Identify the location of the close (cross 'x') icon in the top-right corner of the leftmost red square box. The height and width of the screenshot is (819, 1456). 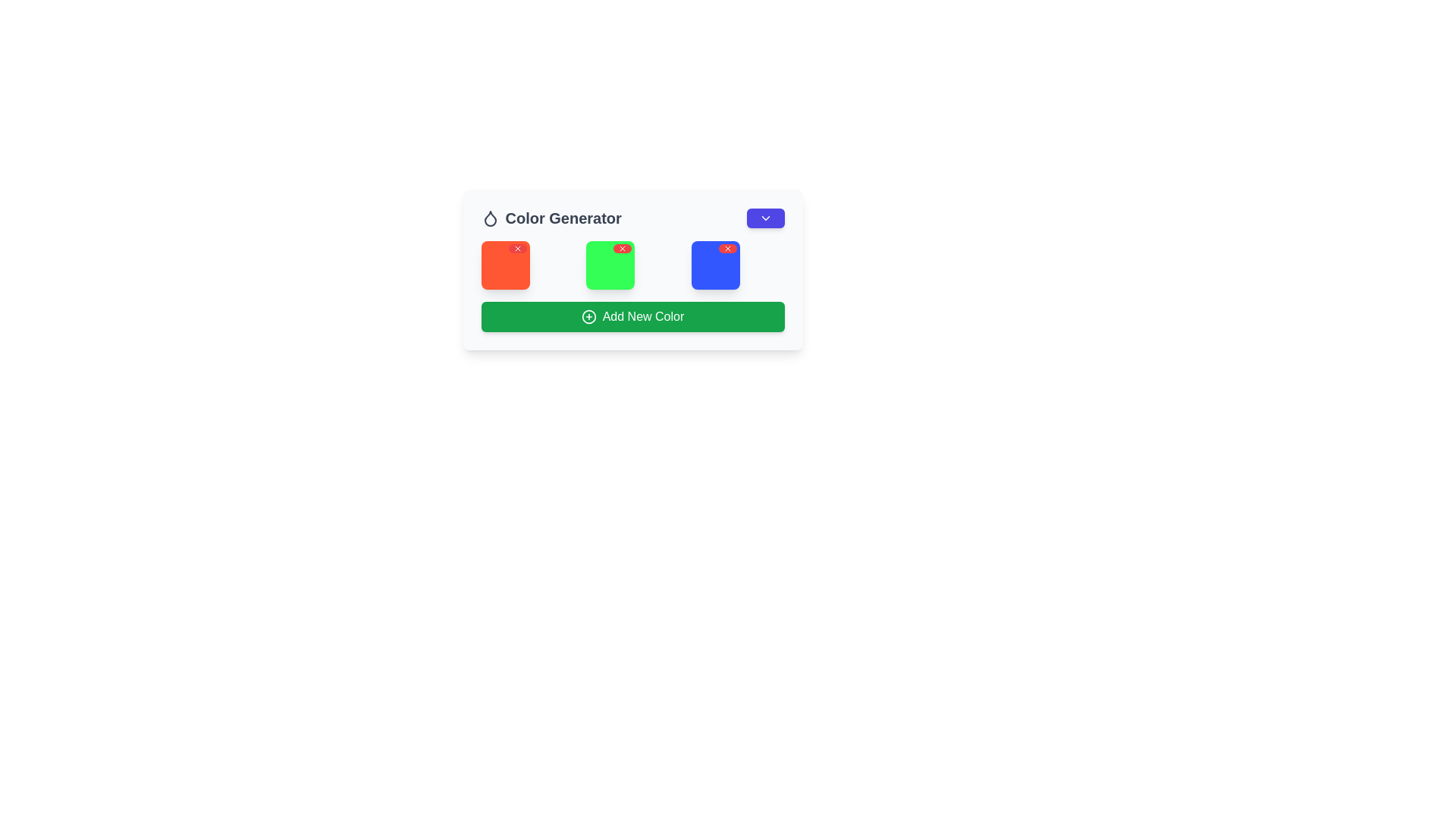
(517, 247).